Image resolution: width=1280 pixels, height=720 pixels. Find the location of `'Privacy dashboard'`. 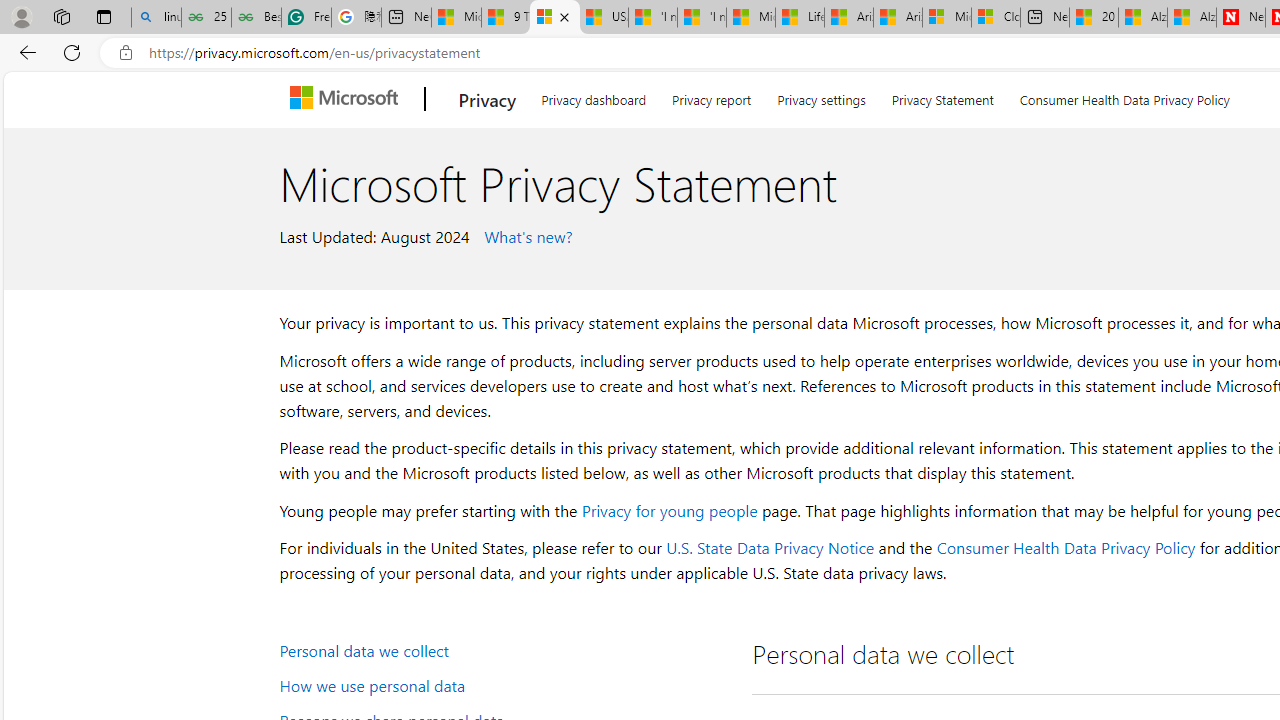

'Privacy dashboard' is located at coordinates (592, 96).